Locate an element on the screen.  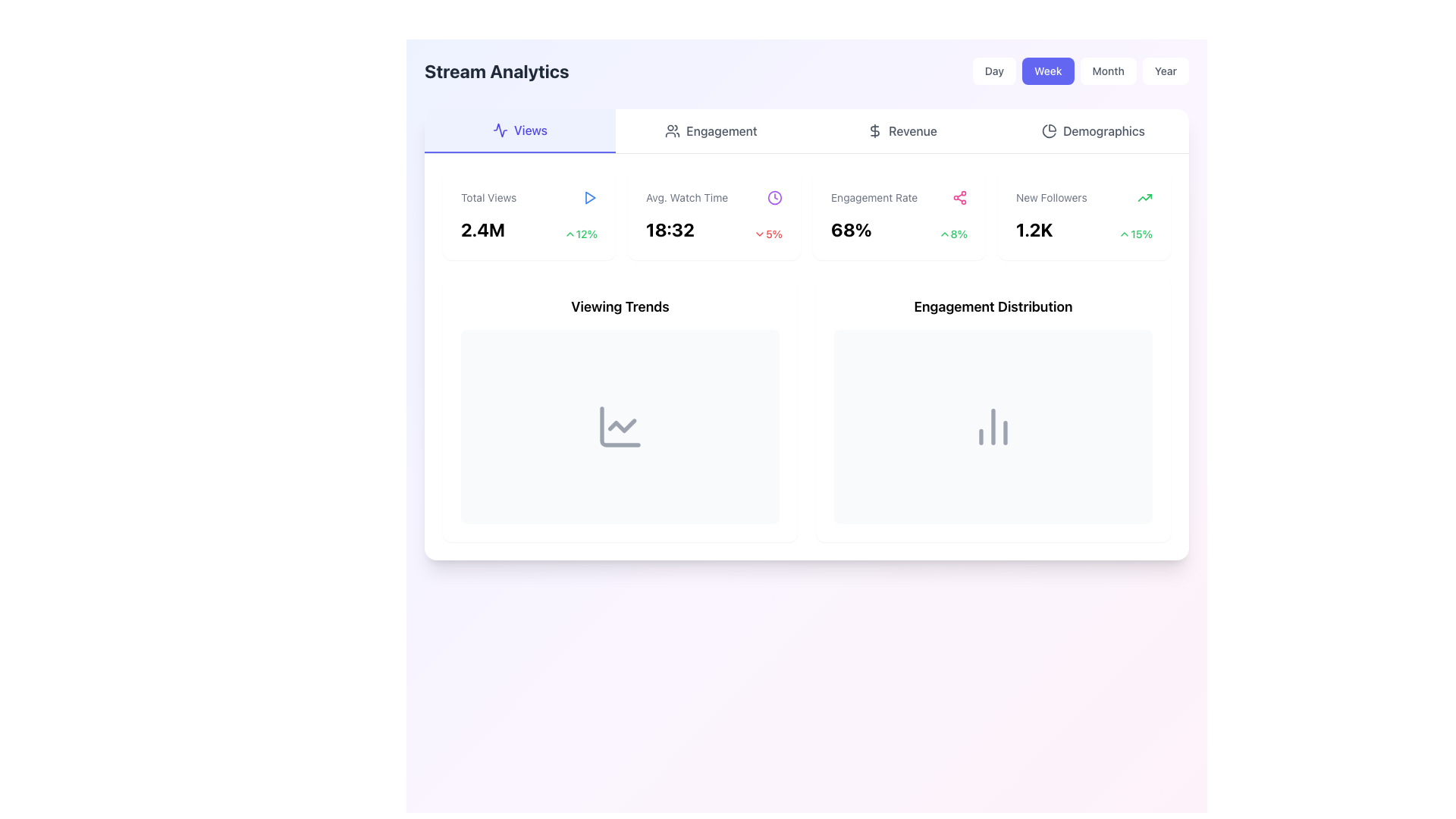
the Information card, which is the second card in a two-card layout grid positioned to the right of the first card titled 'Viewing Trends' is located at coordinates (993, 409).